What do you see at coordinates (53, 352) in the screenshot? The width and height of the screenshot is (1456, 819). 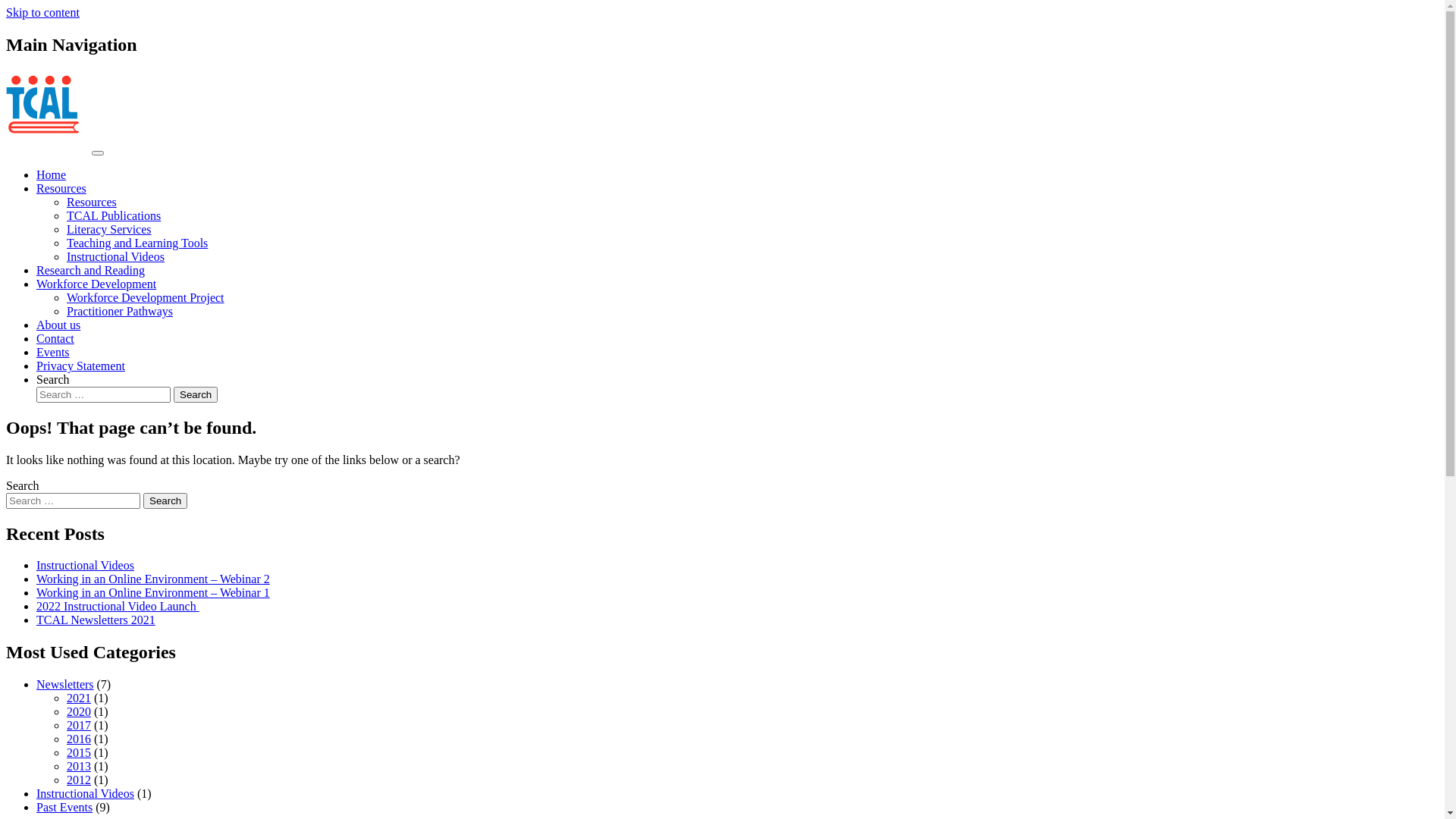 I see `'Events'` at bounding box center [53, 352].